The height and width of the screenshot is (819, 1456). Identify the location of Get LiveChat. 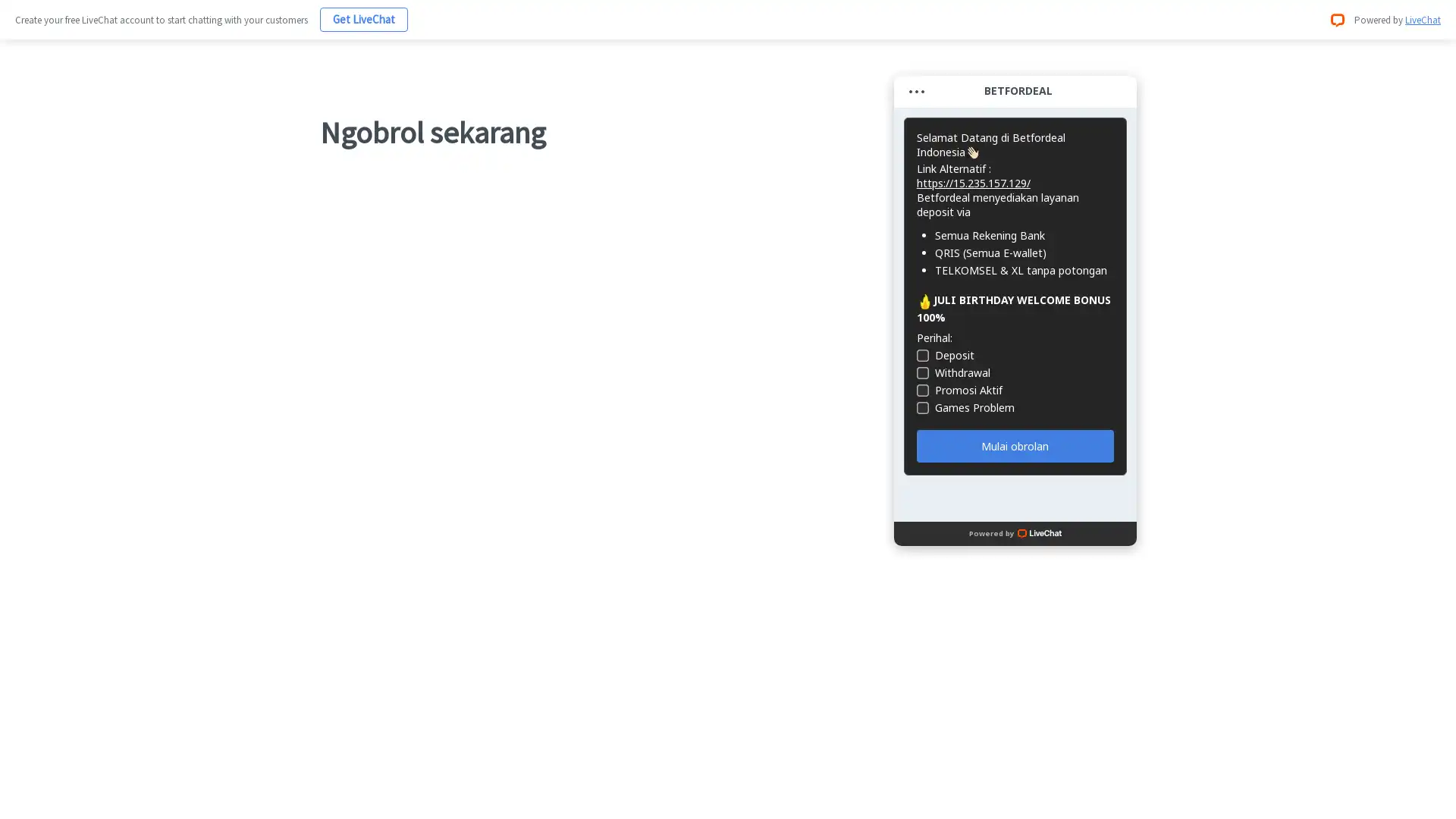
(364, 19).